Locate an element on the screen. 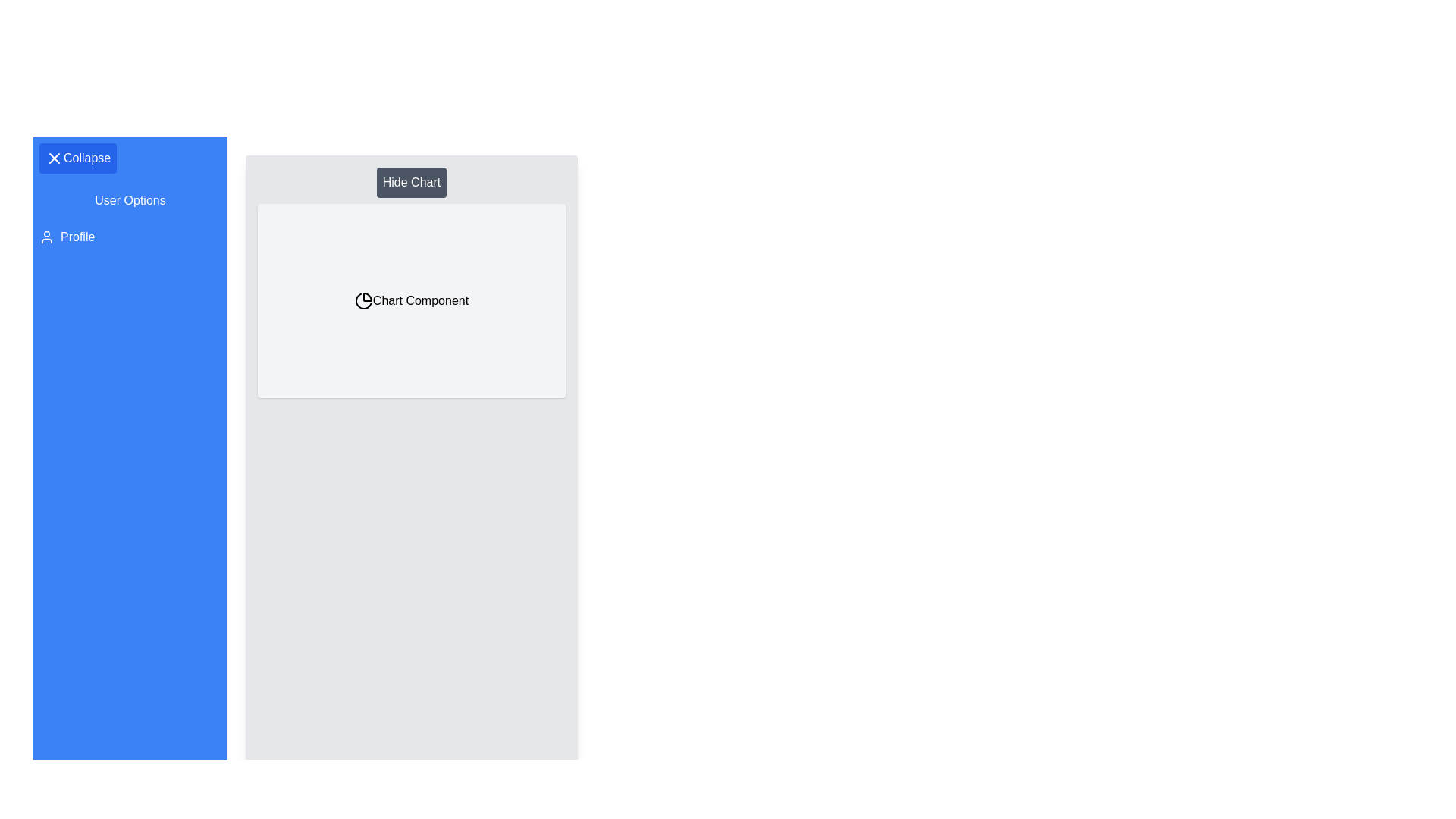  the button located at the upper section of the vertical blue sidebar is located at coordinates (77, 158).